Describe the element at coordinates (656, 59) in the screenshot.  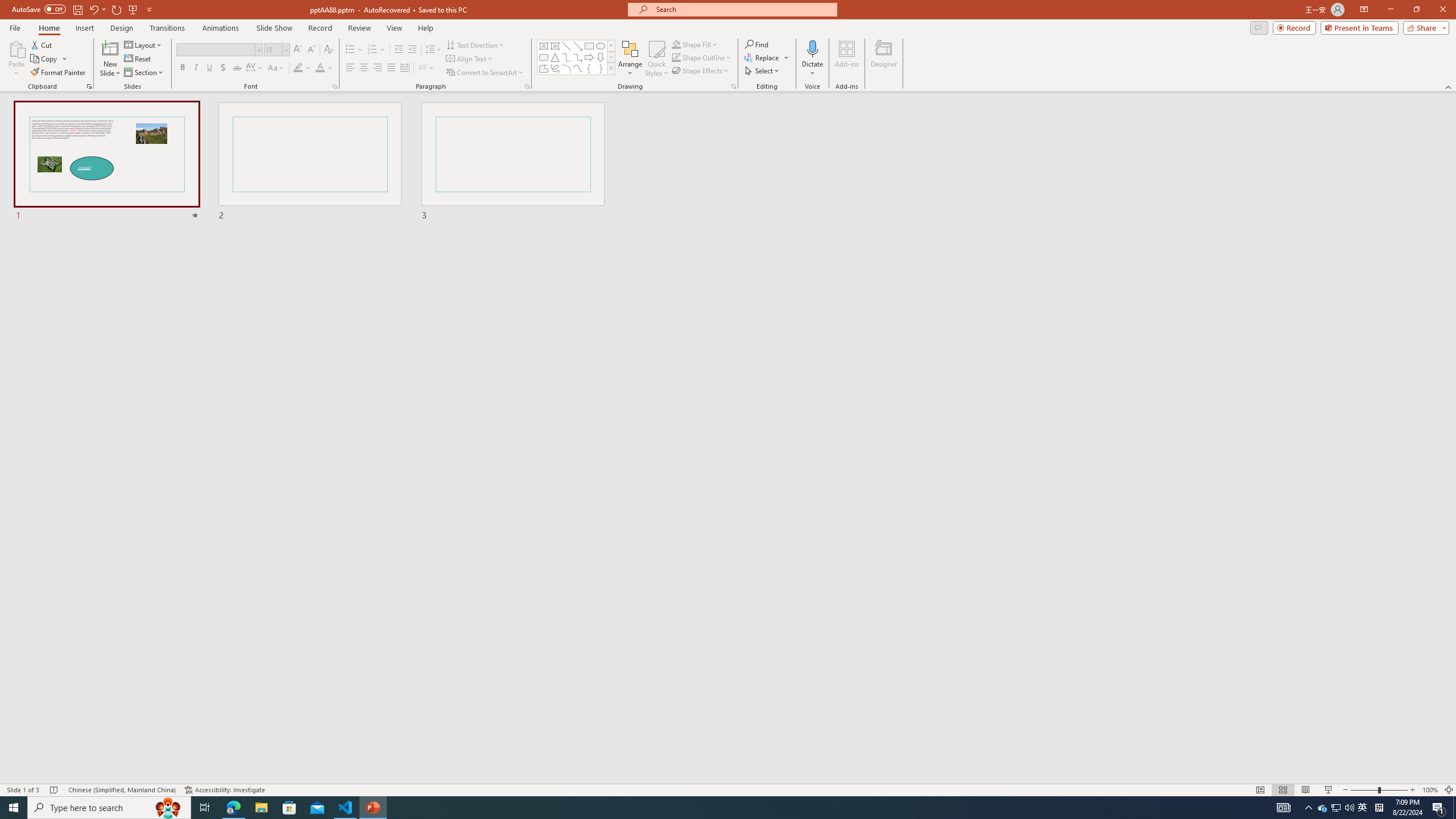
I see `'Quick Styles'` at that location.